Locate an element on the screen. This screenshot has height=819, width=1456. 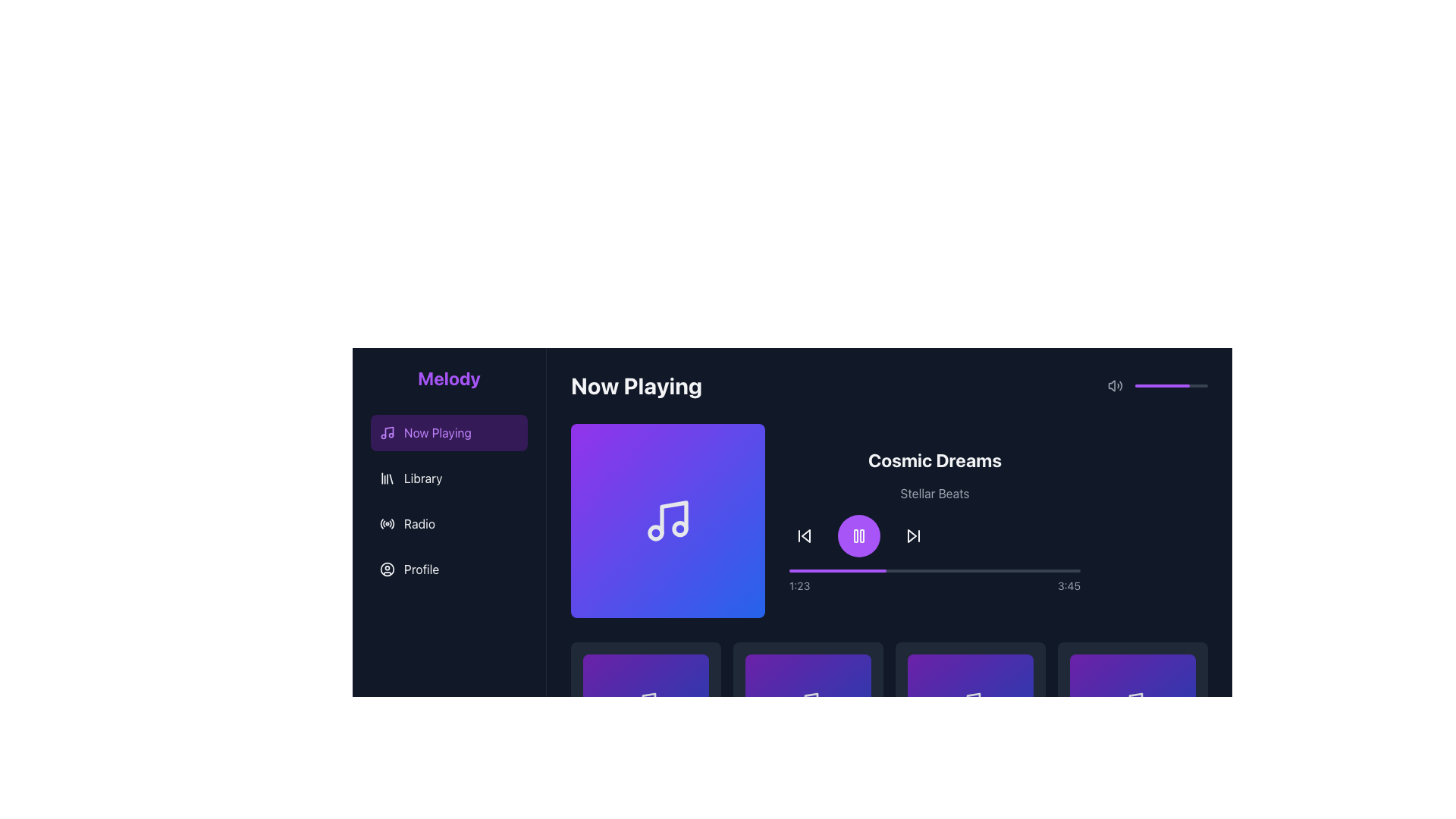
media playback is located at coordinates (1049, 570).